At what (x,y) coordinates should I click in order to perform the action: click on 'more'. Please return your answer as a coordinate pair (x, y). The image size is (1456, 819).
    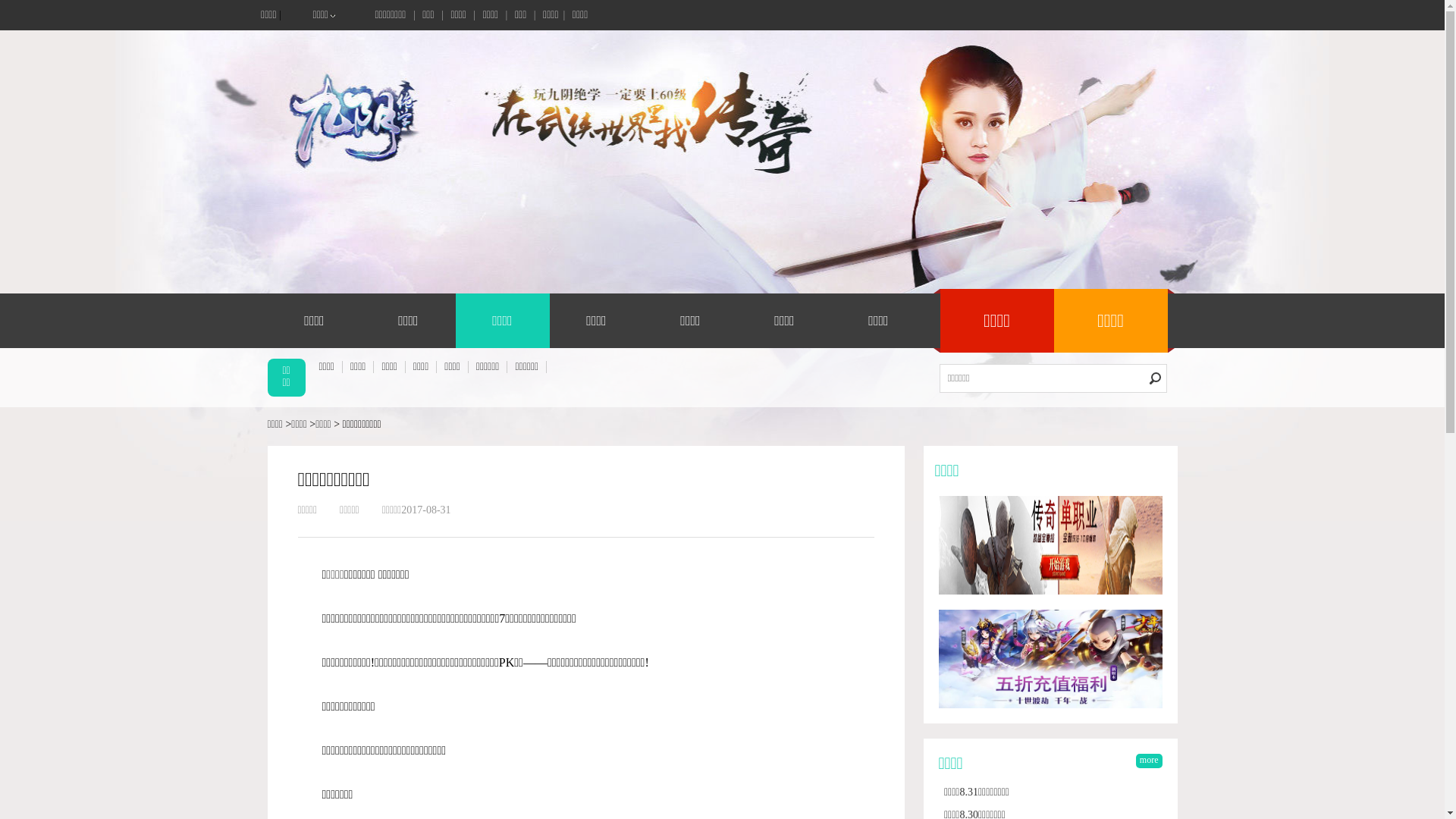
    Looking at the image, I should click on (1149, 761).